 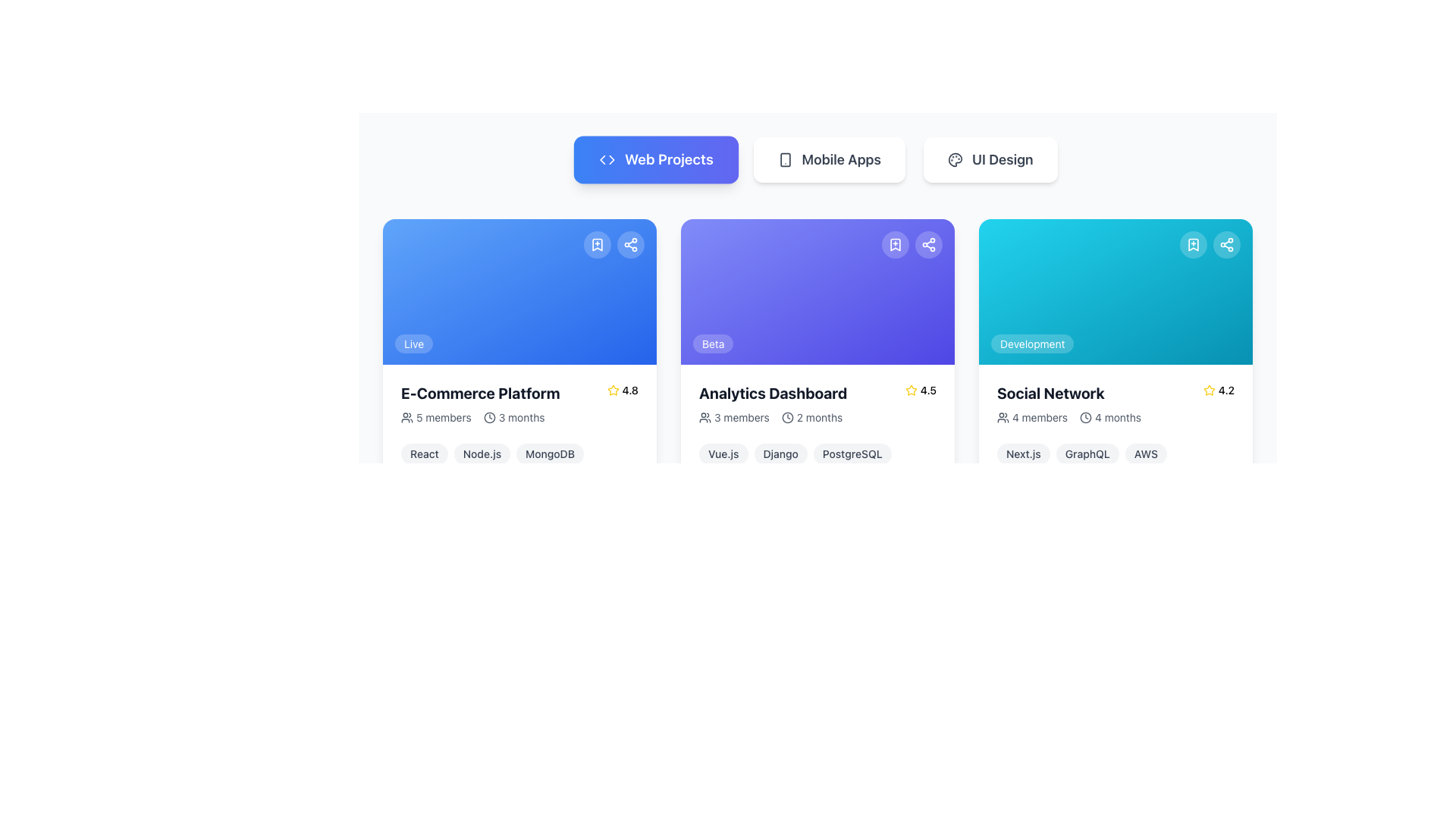 I want to click on the bookmarking button located at the top-right corner of the 'Analytics Dashboard' card, so click(x=895, y=244).